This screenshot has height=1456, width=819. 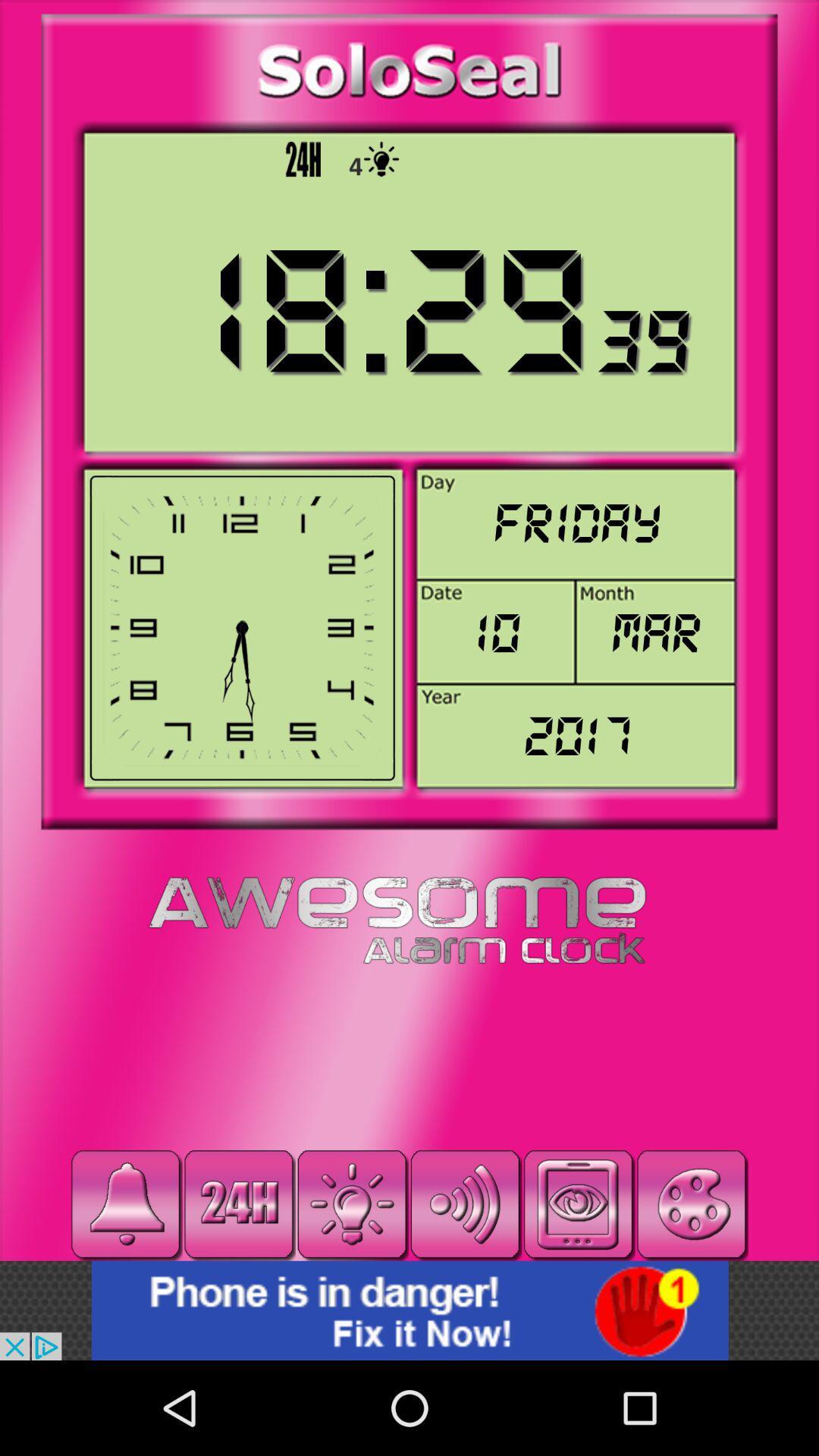 I want to click on light, so click(x=352, y=1203).